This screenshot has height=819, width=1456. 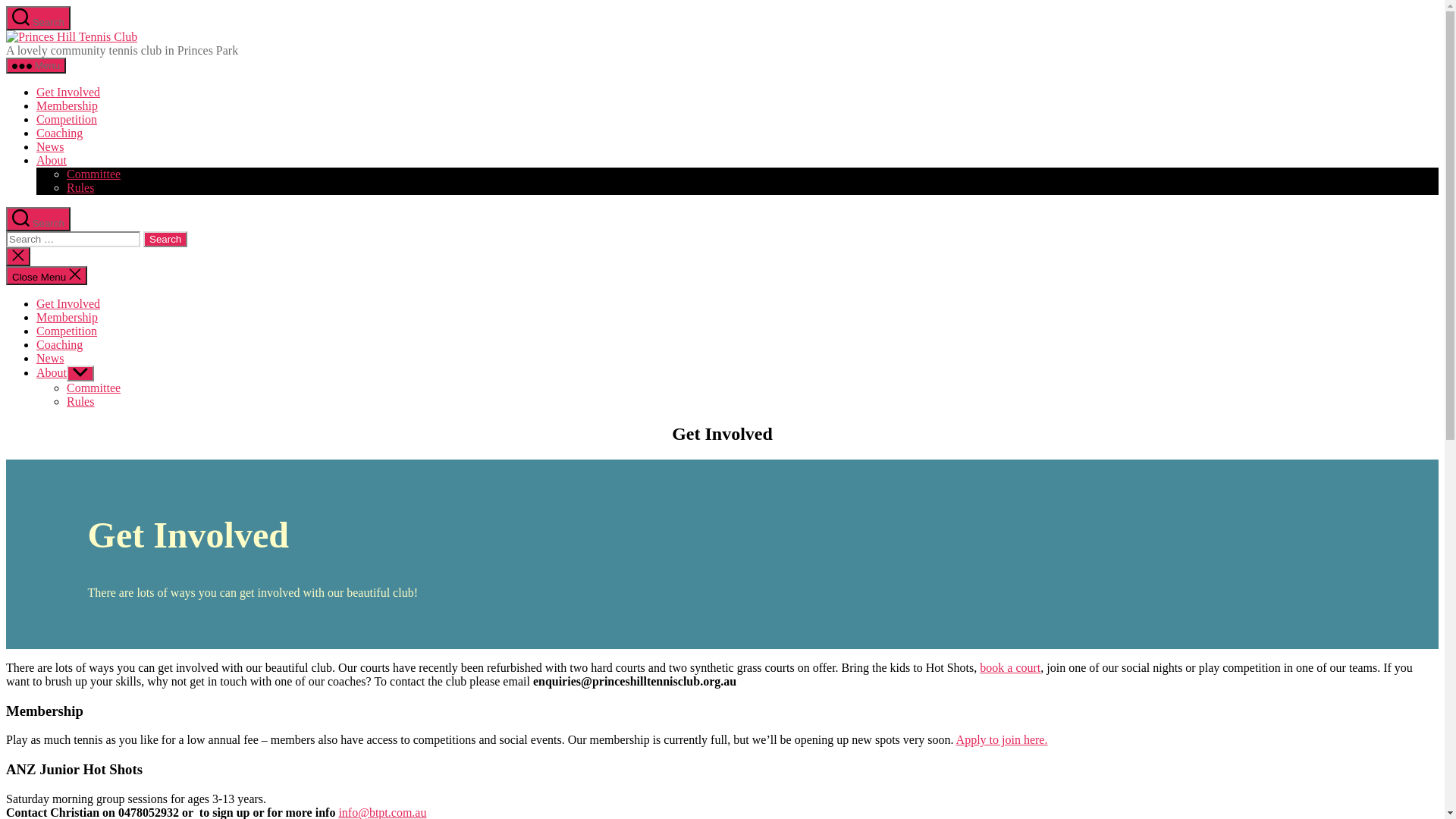 What do you see at coordinates (65, 330) in the screenshot?
I see `'Competition'` at bounding box center [65, 330].